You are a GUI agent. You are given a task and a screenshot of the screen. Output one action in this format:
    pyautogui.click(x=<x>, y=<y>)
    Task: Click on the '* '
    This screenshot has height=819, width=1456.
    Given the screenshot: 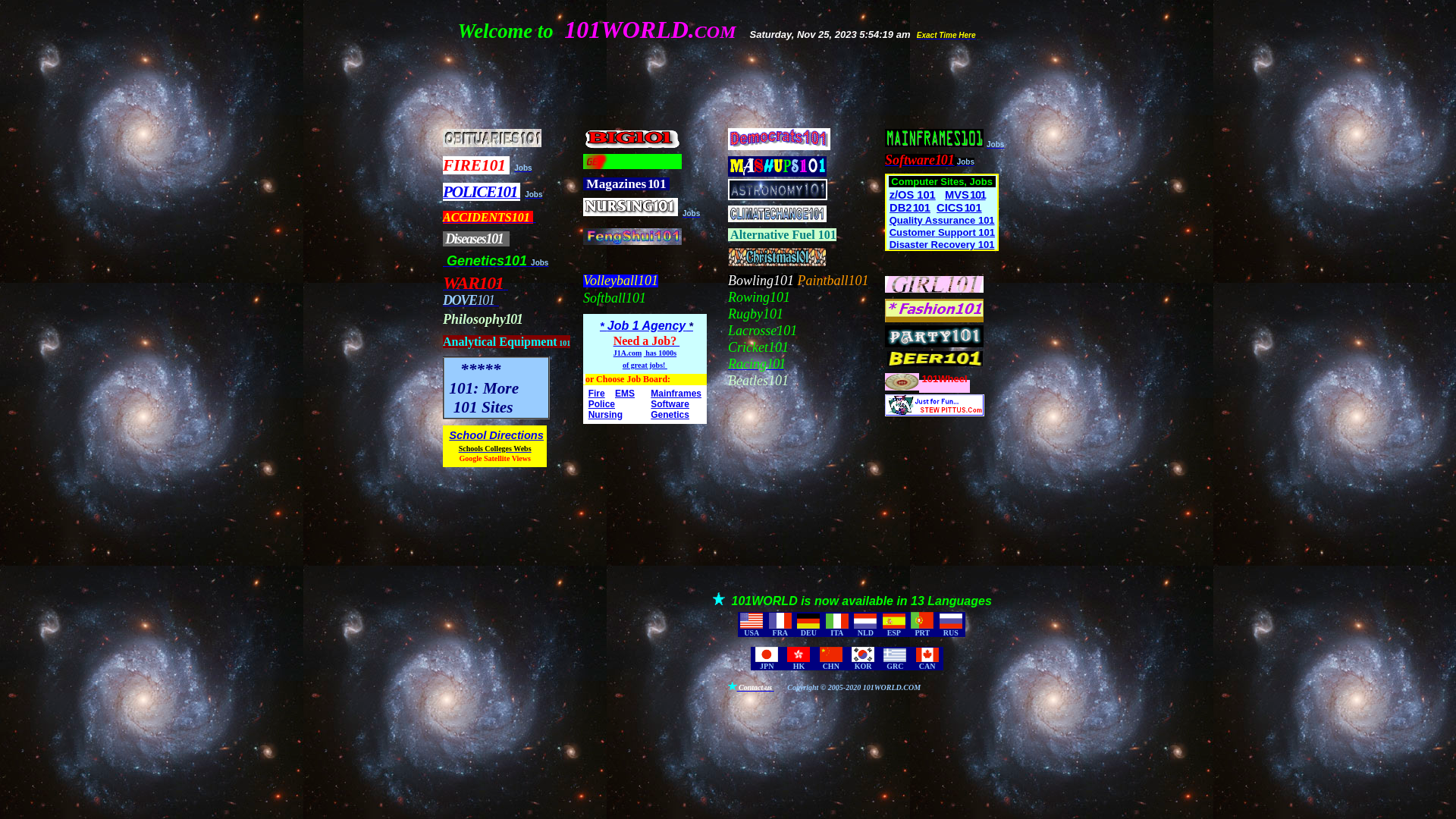 What is the action you would take?
    pyautogui.click(x=603, y=325)
    